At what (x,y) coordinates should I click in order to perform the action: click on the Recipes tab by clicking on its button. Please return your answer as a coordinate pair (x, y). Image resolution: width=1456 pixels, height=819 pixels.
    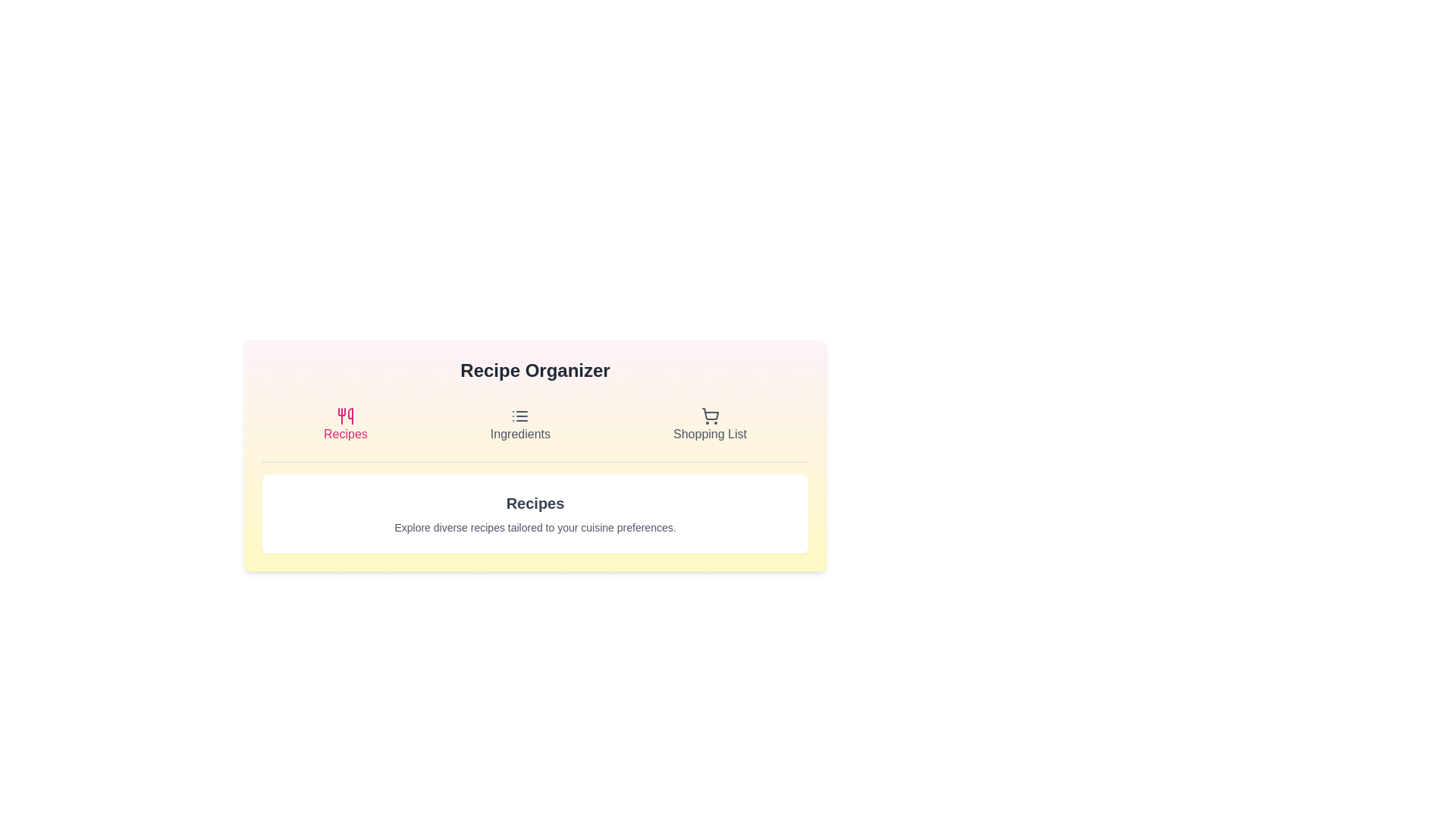
    Looking at the image, I should click on (345, 425).